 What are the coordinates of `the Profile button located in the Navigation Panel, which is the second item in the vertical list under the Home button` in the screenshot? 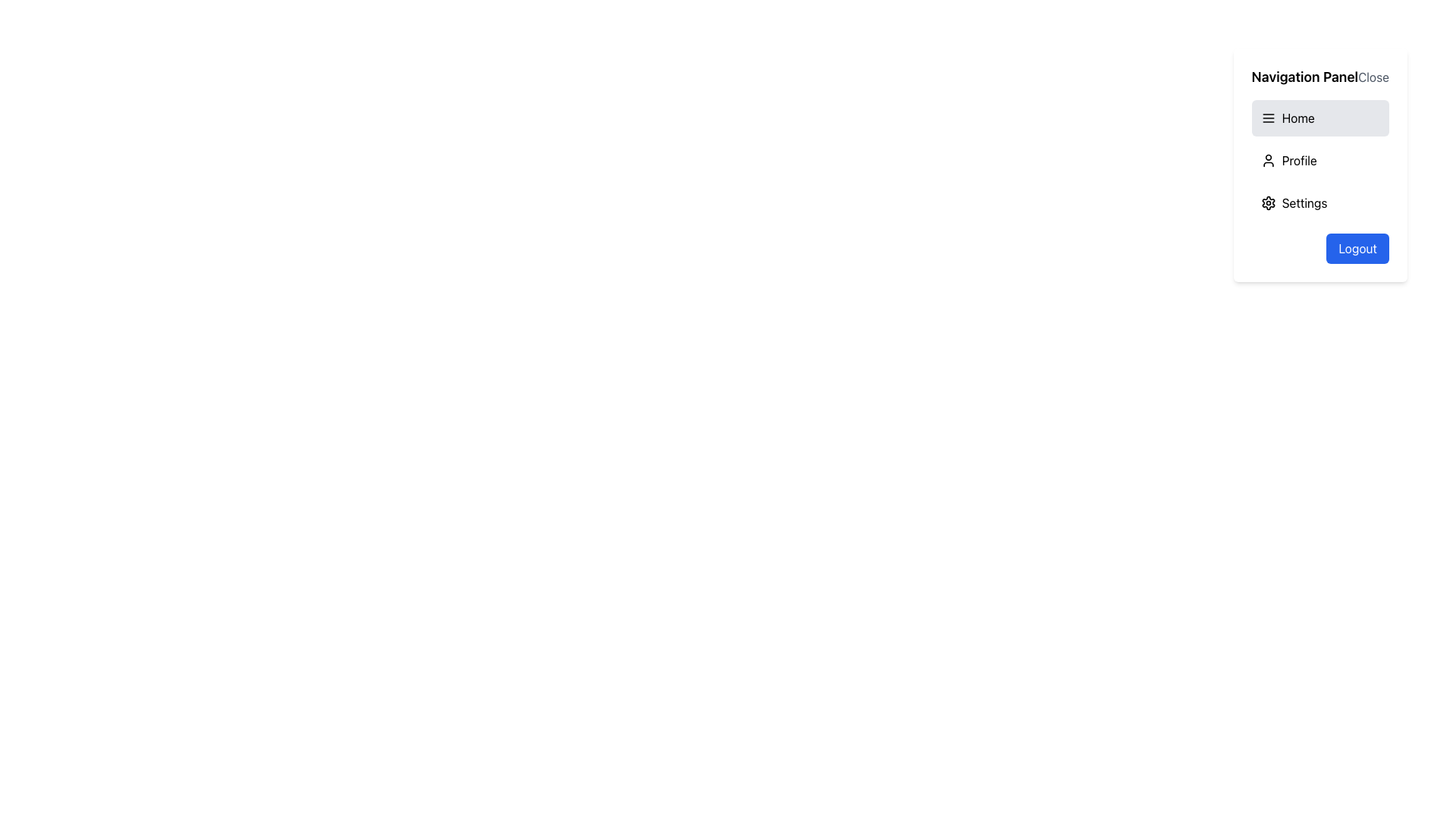 It's located at (1319, 161).